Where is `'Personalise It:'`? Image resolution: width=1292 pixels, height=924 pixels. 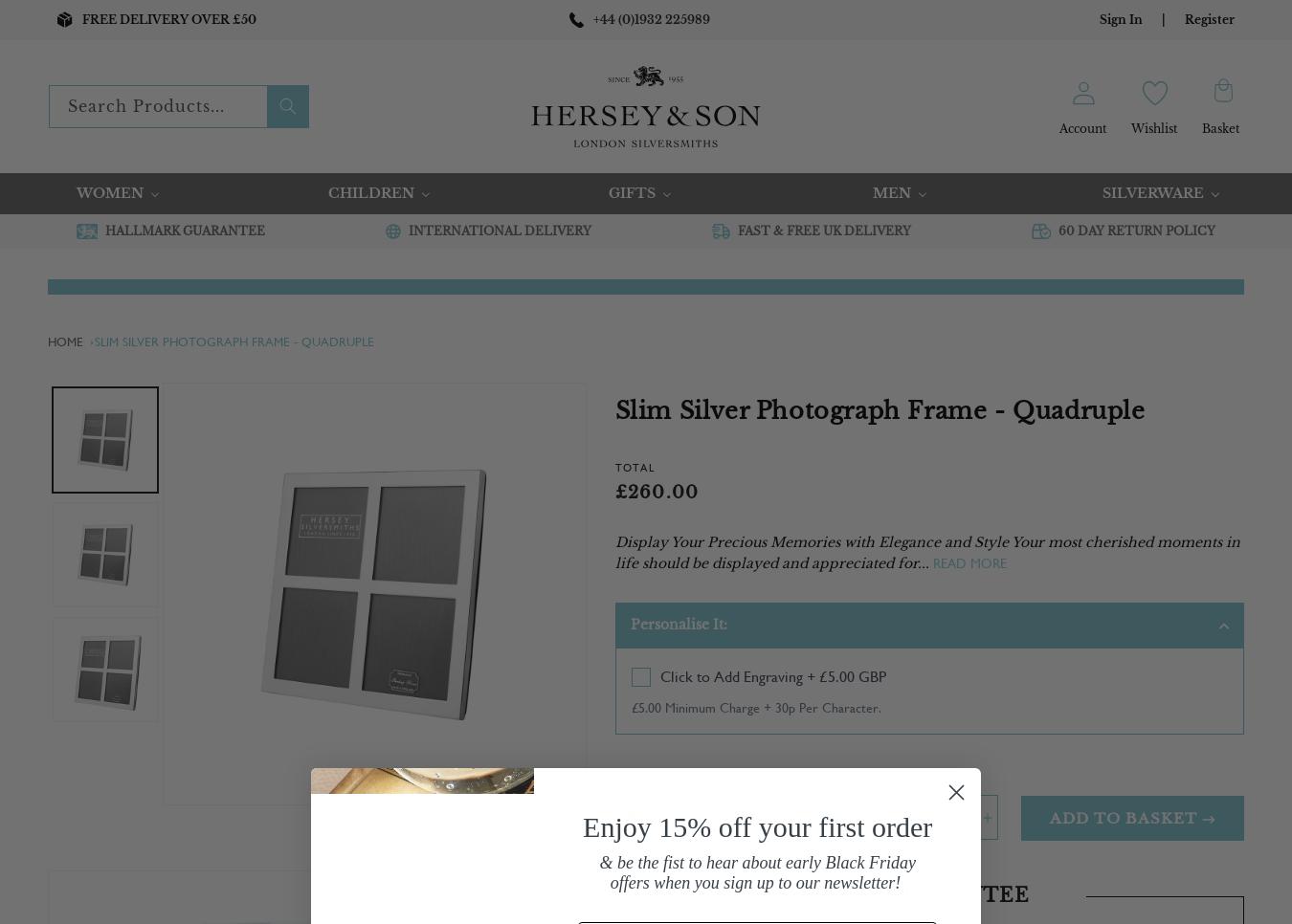 'Personalise It:' is located at coordinates (629, 622).